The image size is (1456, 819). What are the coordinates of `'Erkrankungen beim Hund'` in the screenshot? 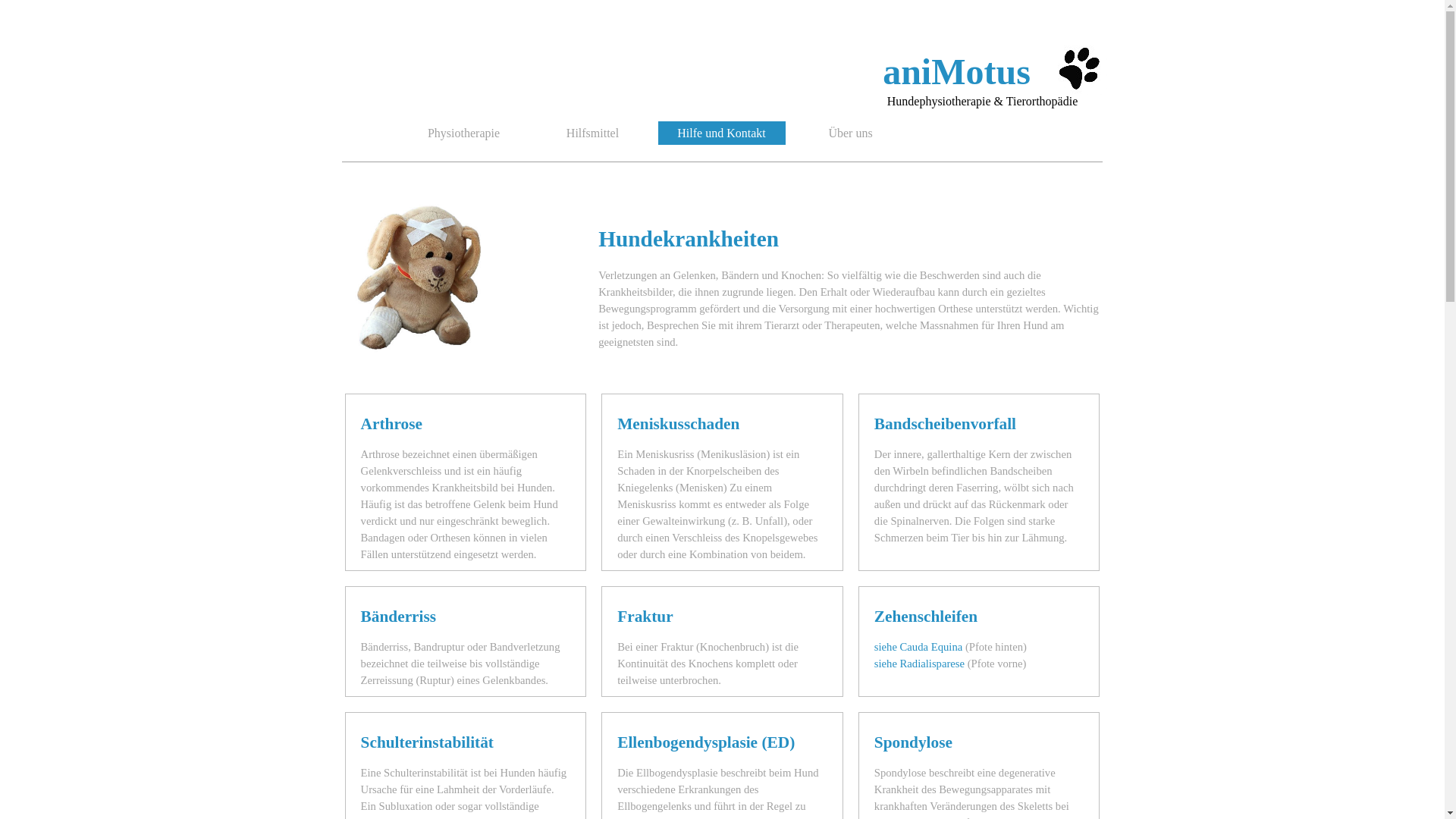 It's located at (422, 275).